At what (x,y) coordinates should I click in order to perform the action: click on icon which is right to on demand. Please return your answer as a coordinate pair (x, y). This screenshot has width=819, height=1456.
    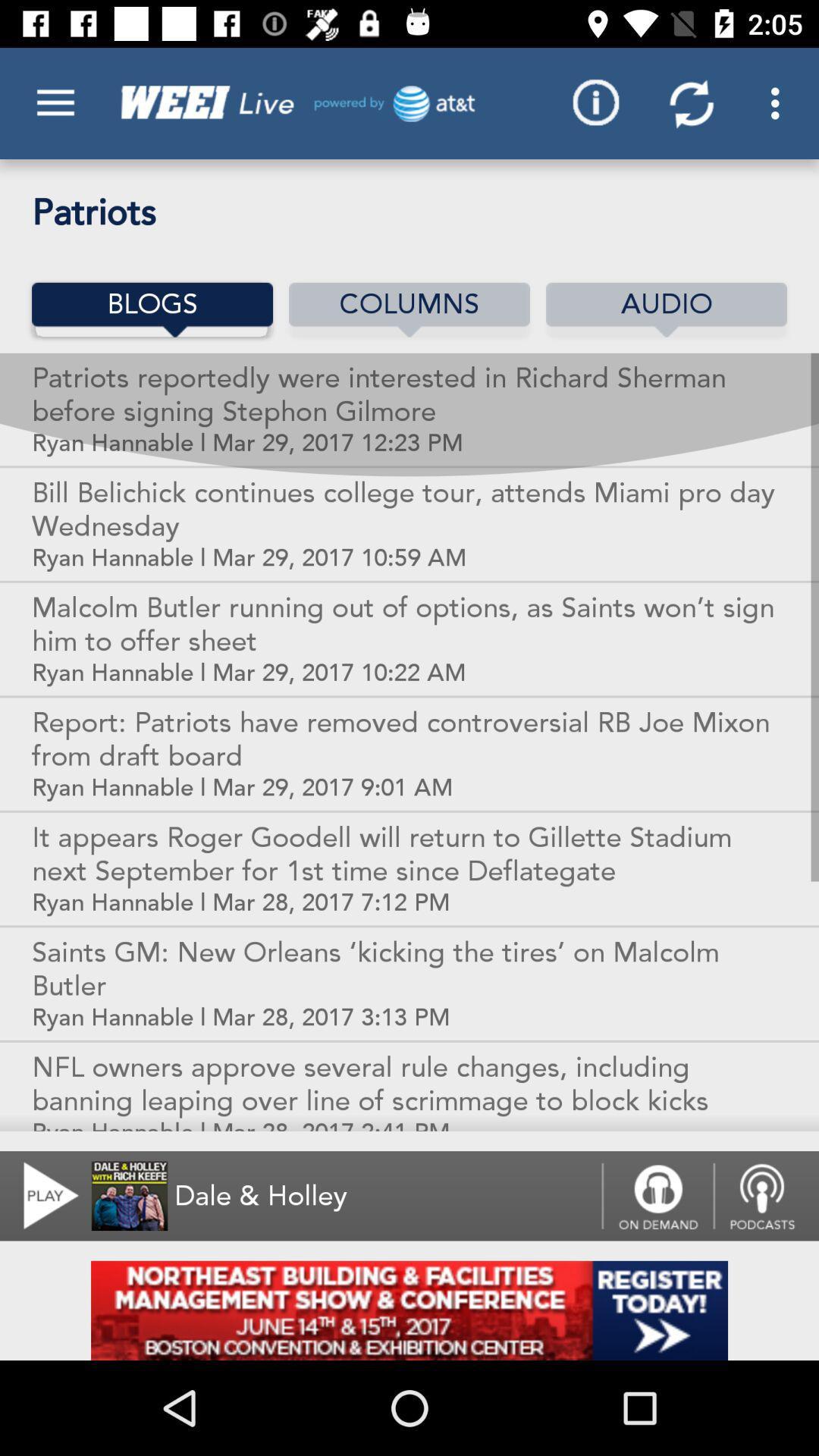
    Looking at the image, I should click on (766, 1195).